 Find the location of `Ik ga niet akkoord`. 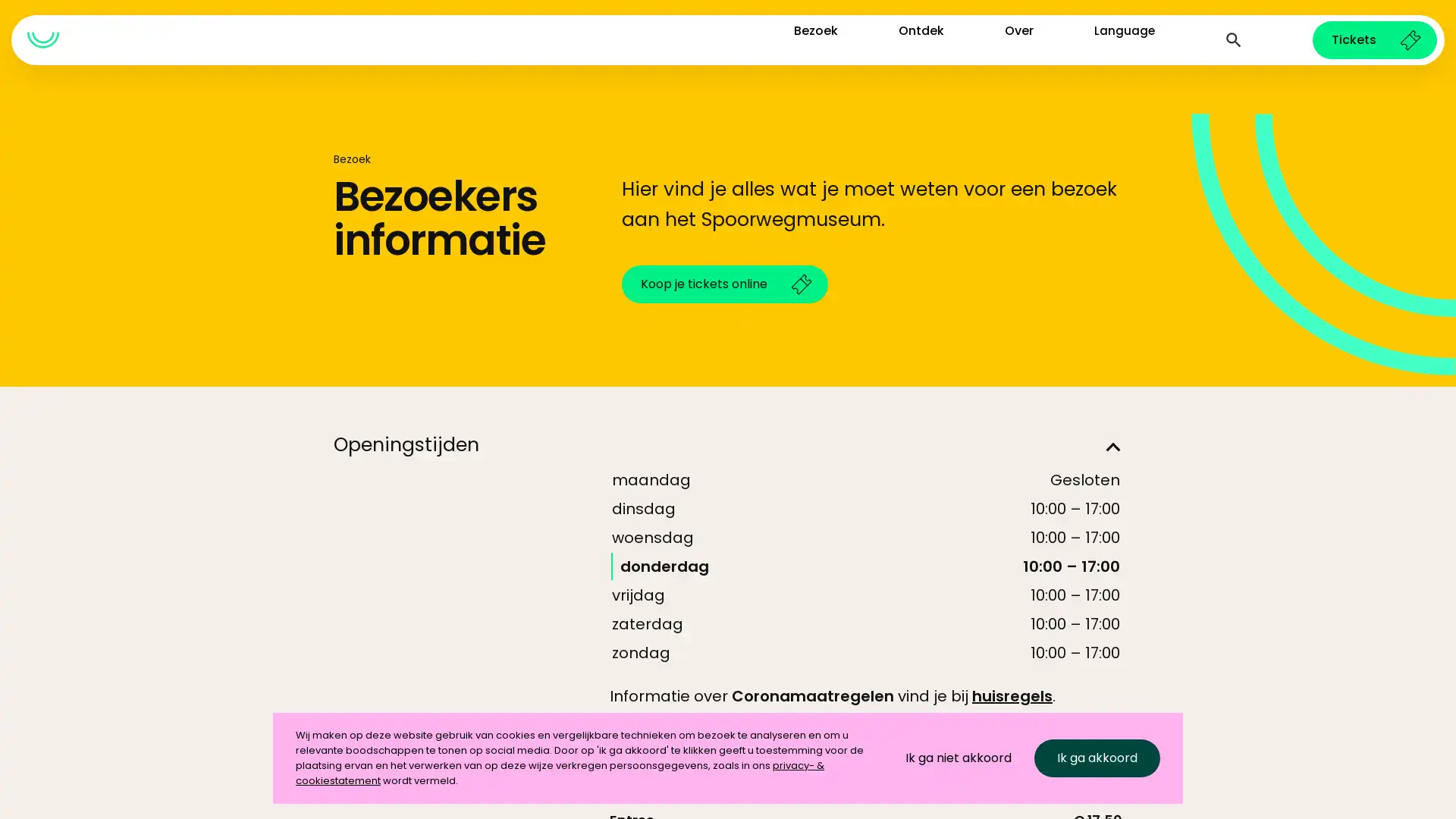

Ik ga niet akkoord is located at coordinates (957, 758).